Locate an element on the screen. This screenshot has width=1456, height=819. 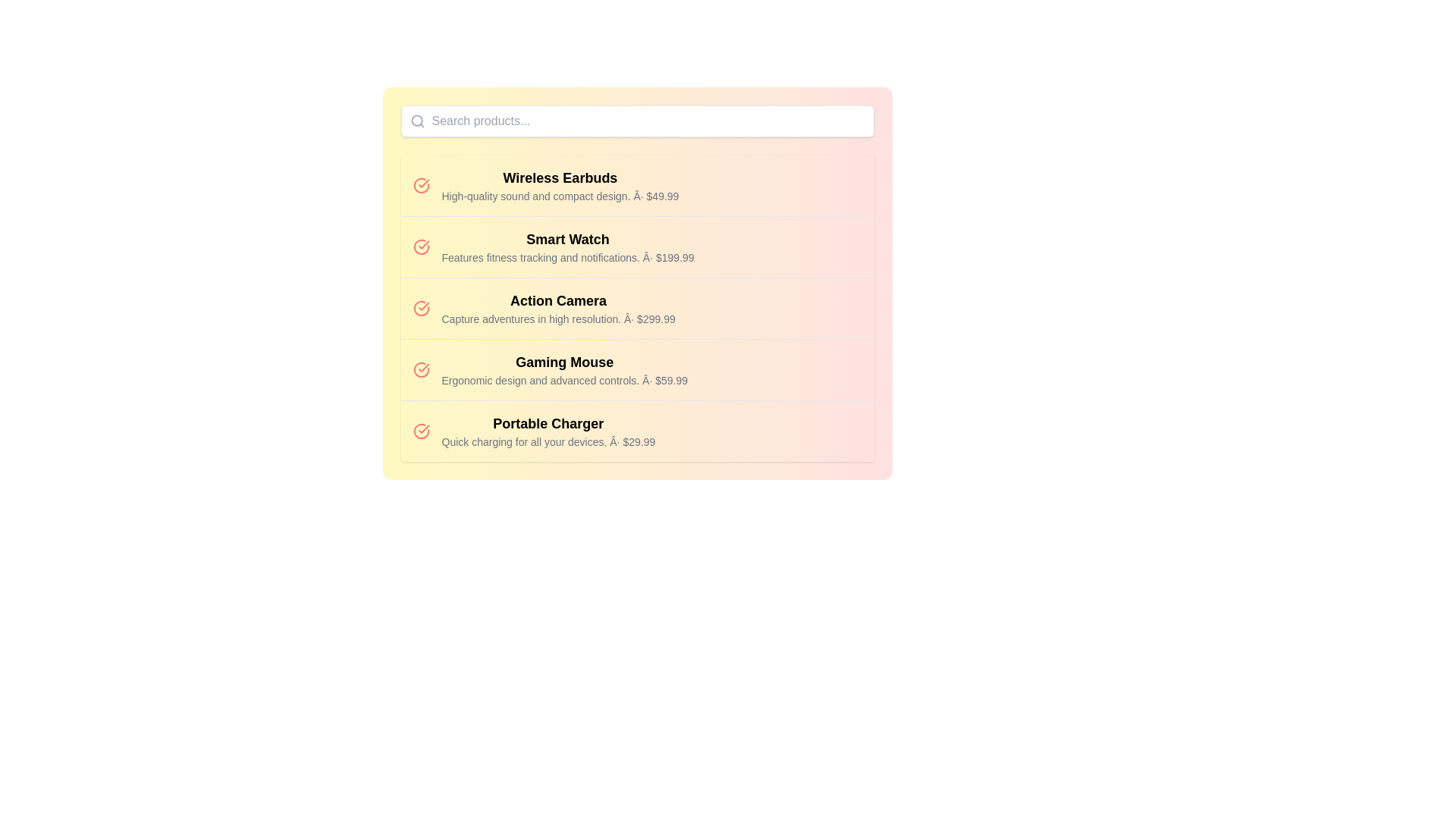
product description text that displays 'Capture adventures in high resolution. · $299.99' located under the 'Action Camera' header is located at coordinates (557, 318).